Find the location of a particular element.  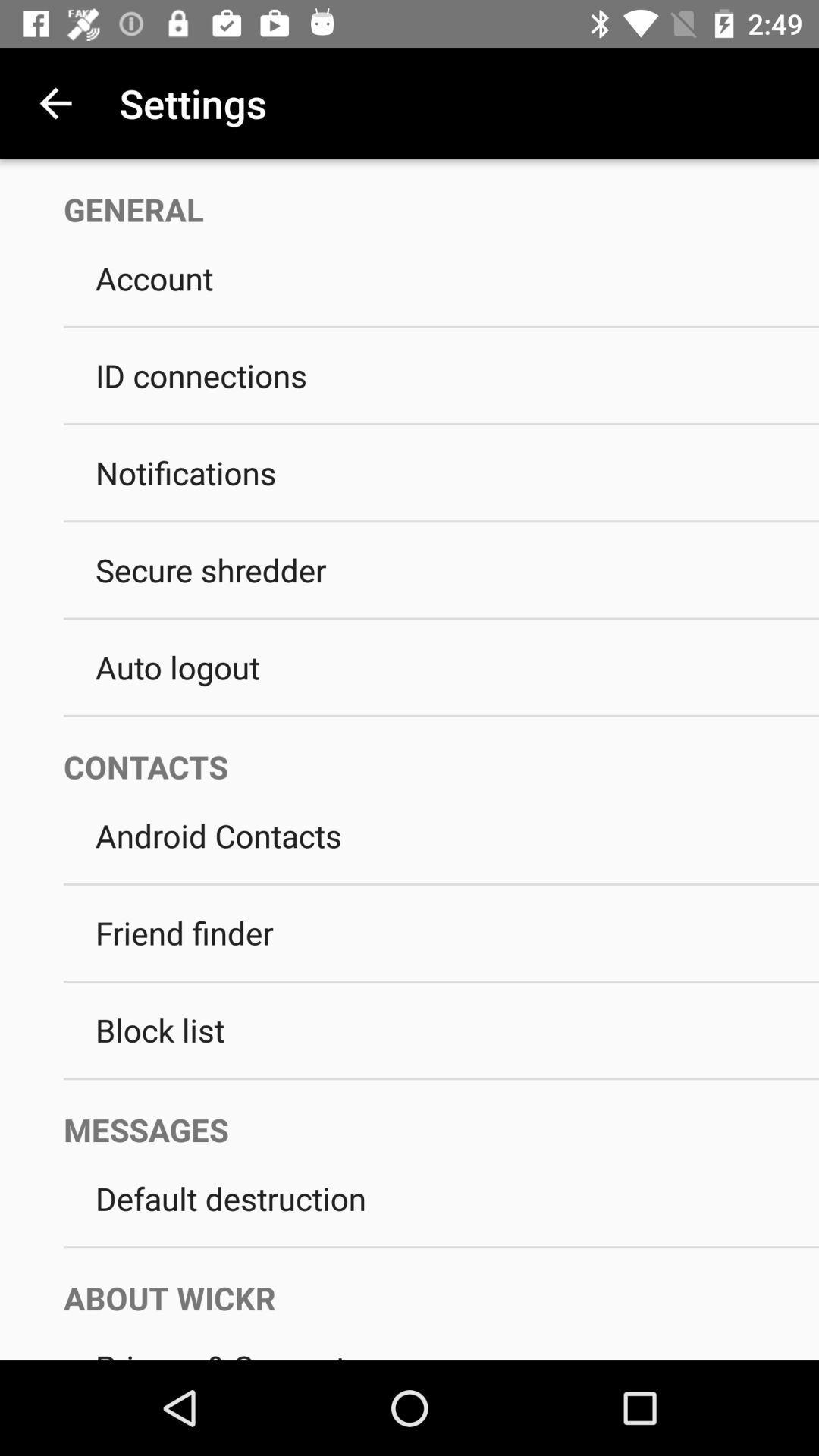

the icon below auto logout is located at coordinates (441, 715).